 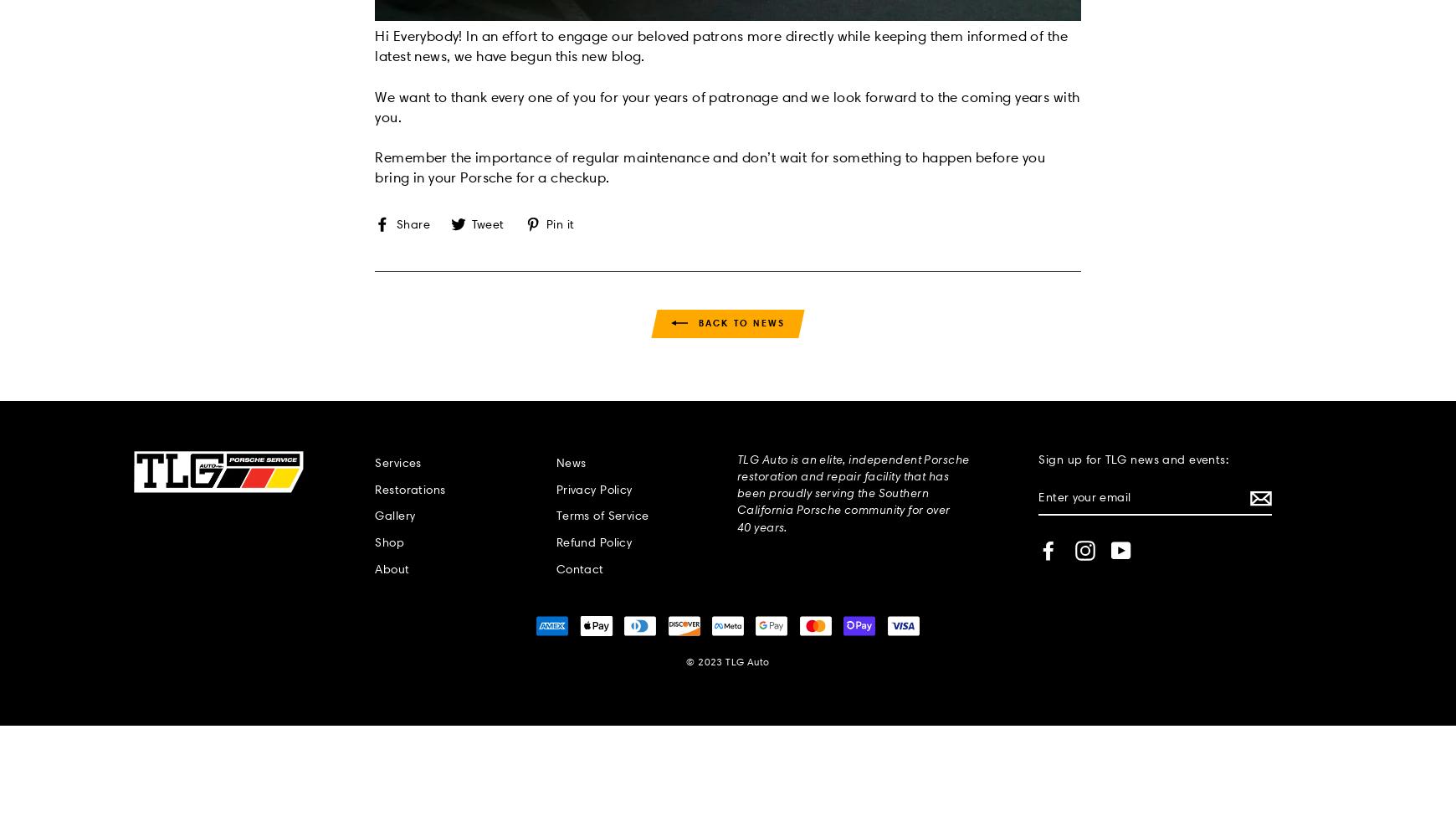 What do you see at coordinates (720, 45) in the screenshot?
I see `'Hi Everybody! In an effort to engage our beloved patrons more directly while keeping them informed of the latest news, we have begun this new blog.'` at bounding box center [720, 45].